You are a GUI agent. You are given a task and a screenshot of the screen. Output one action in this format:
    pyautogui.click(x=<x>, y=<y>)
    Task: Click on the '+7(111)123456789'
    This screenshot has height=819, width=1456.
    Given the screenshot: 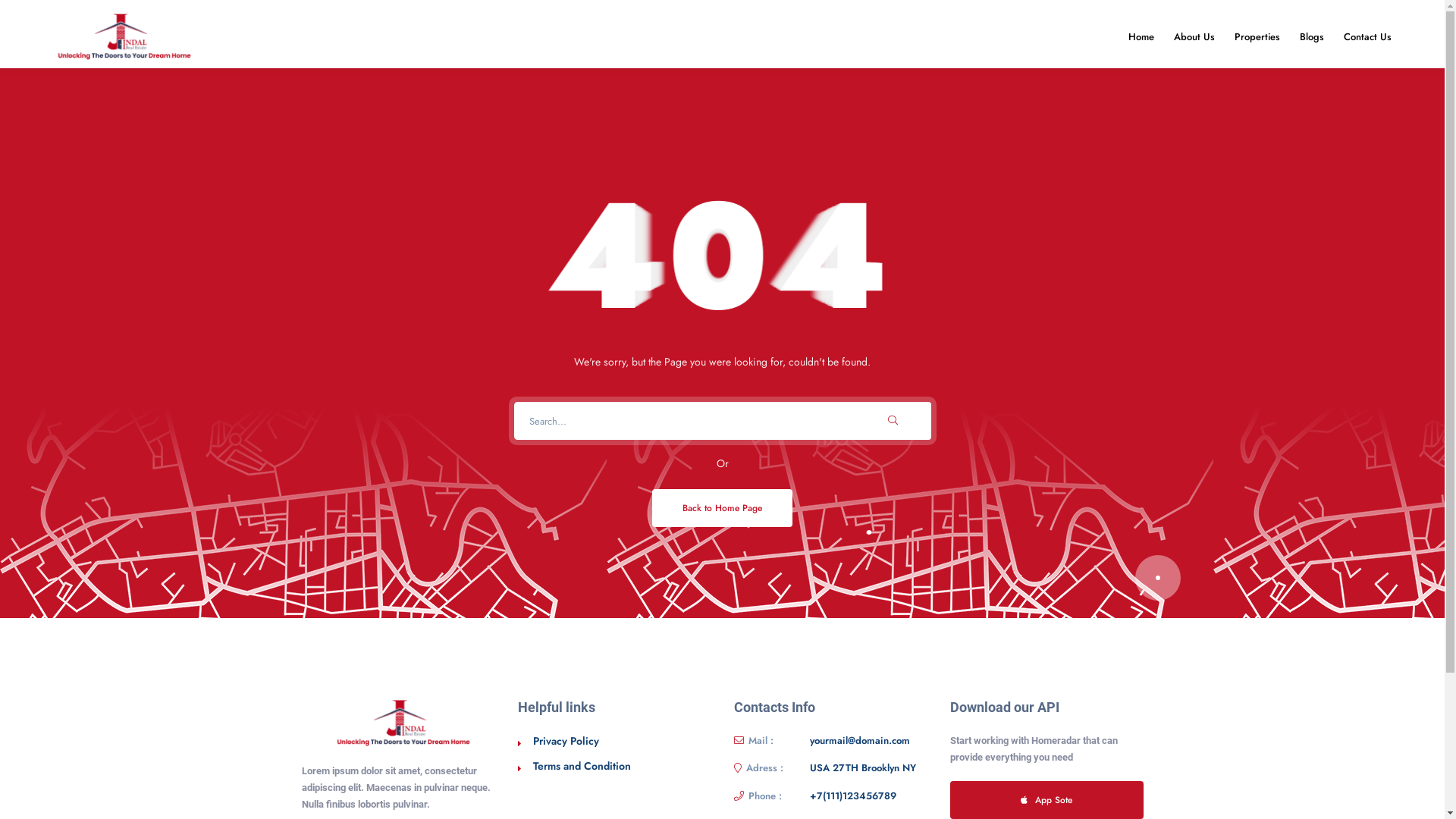 What is the action you would take?
    pyautogui.click(x=852, y=795)
    